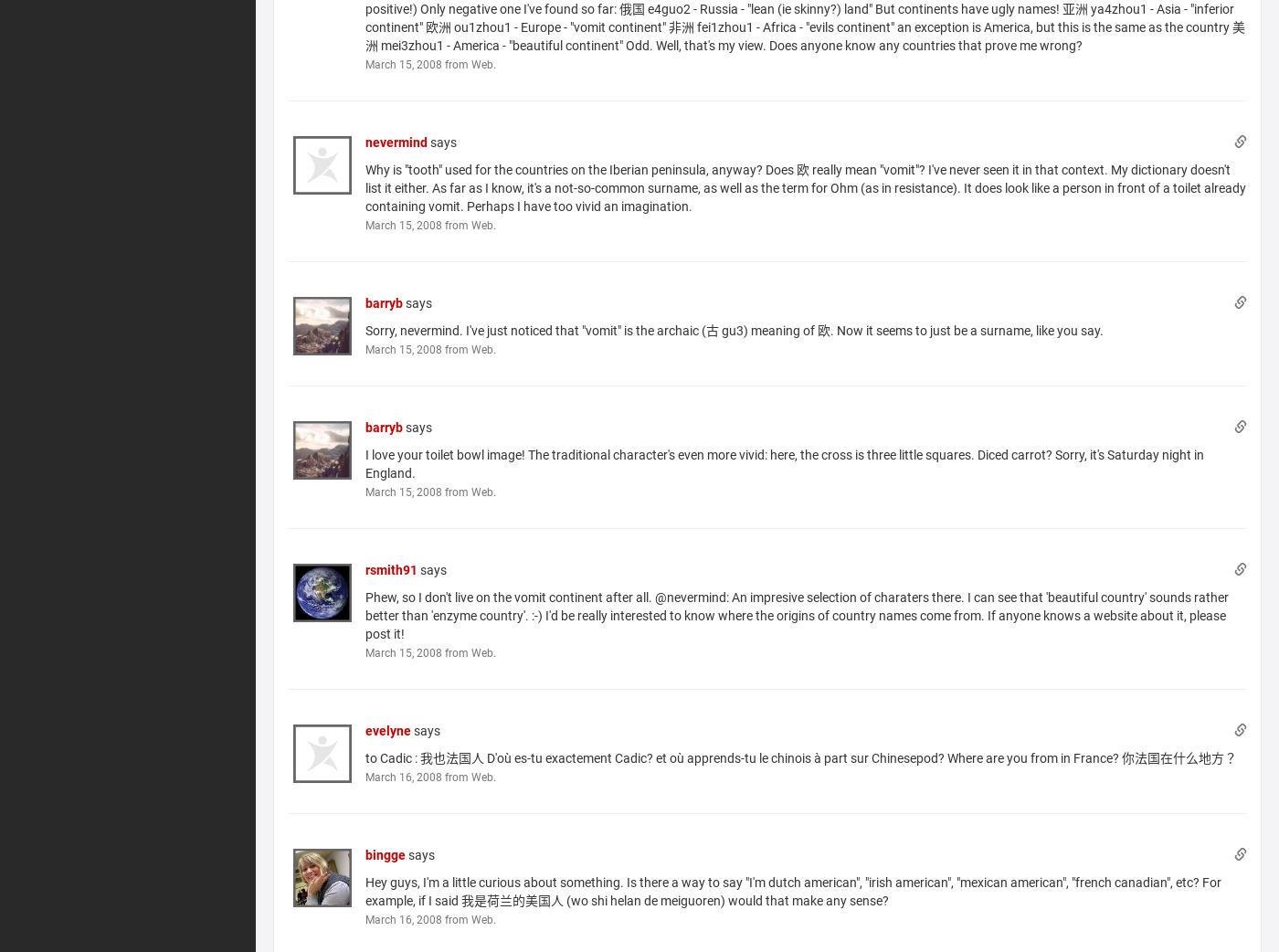 This screenshot has height=952, width=1279. I want to click on 'Phew, so I don't live on the vomit continent after all.

@nevermind: An impresive selection of charaters there. I can see that 'beautiful country' sounds rather better than 'enzyme country'.  :-)

I'd be really interested to know where the origins of country names come from. If anyone knows a website about it, please post it!', so click(364, 615).